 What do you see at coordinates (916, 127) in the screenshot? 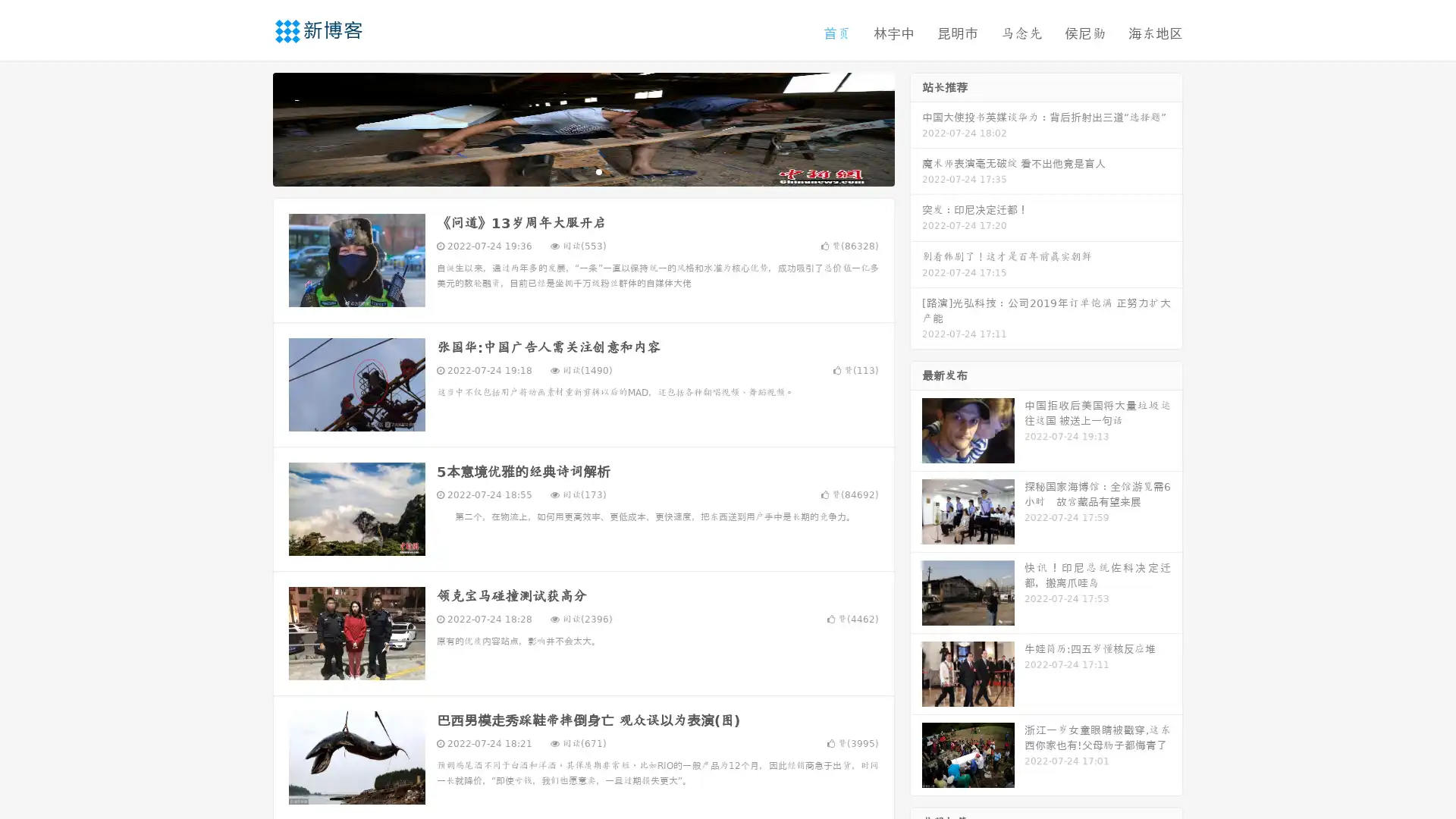
I see `Next slide` at bounding box center [916, 127].